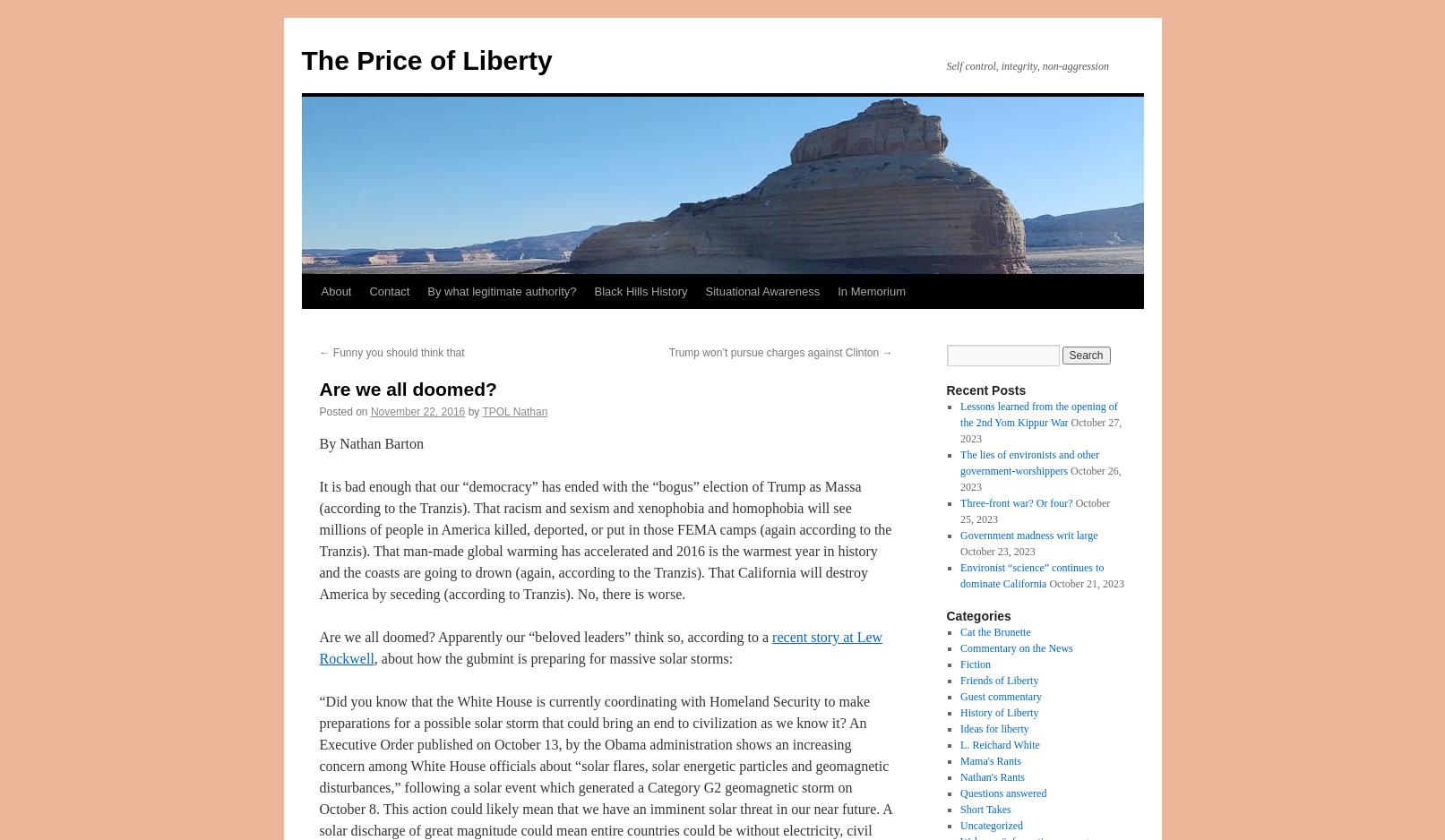 This screenshot has height=840, width=1445. I want to click on 'Uncategorized', so click(991, 824).